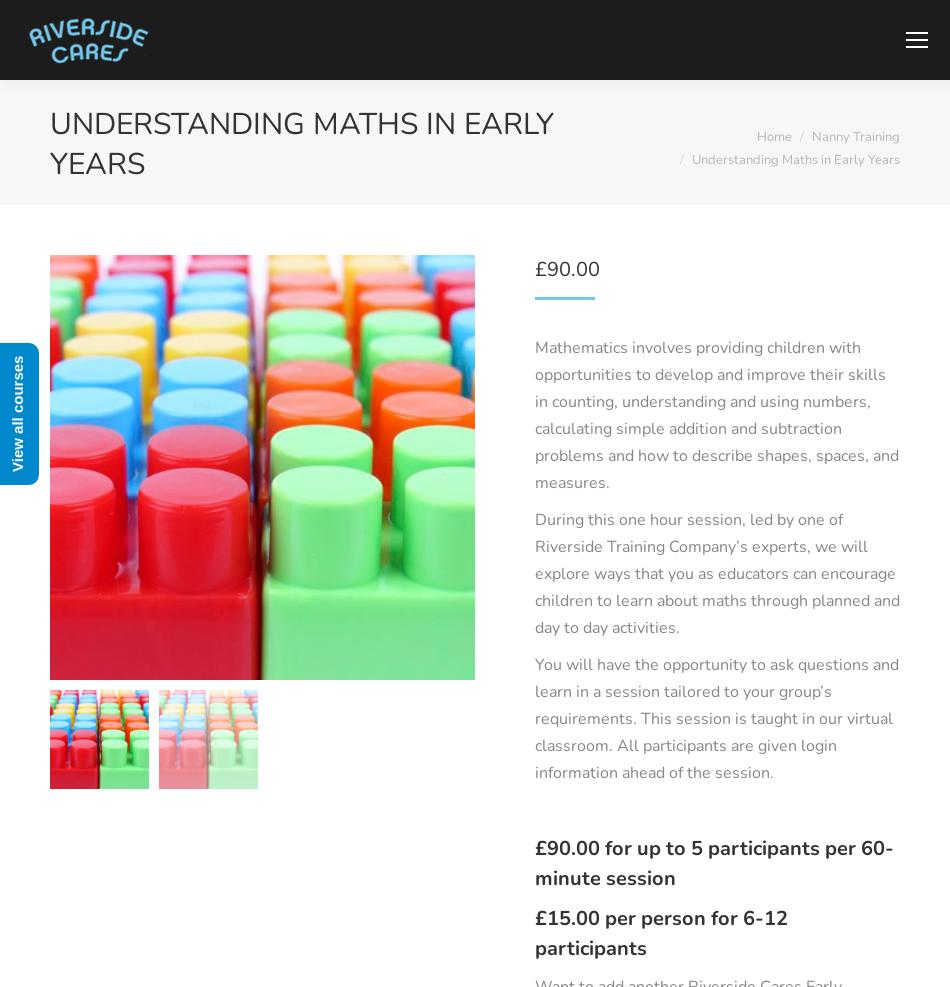 The image size is (950, 987). I want to click on 'Home', so click(773, 136).